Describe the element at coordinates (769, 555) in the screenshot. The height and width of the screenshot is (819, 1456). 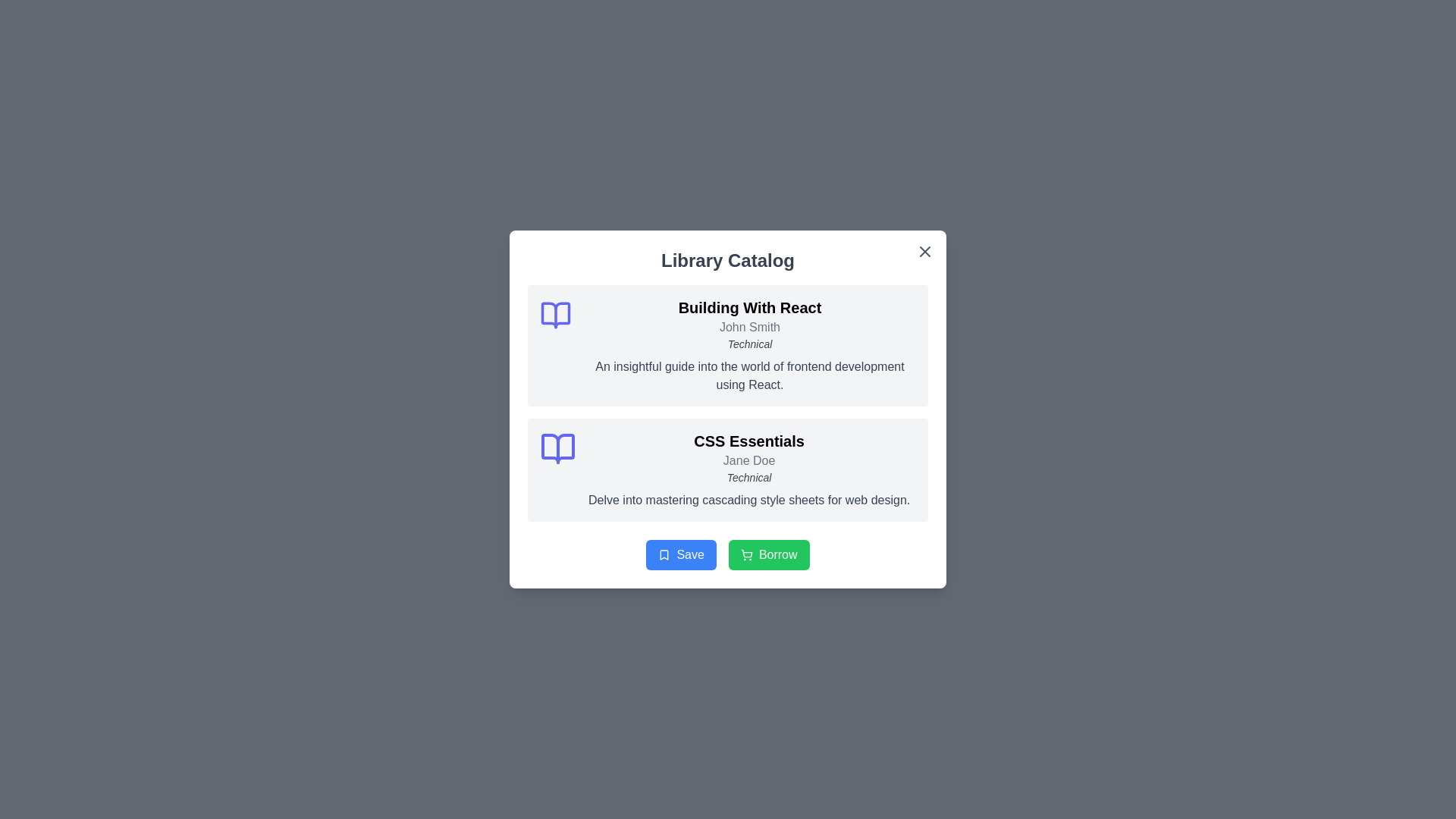
I see `the green 'Borrow' button with white text and a shopping cart icon` at that location.